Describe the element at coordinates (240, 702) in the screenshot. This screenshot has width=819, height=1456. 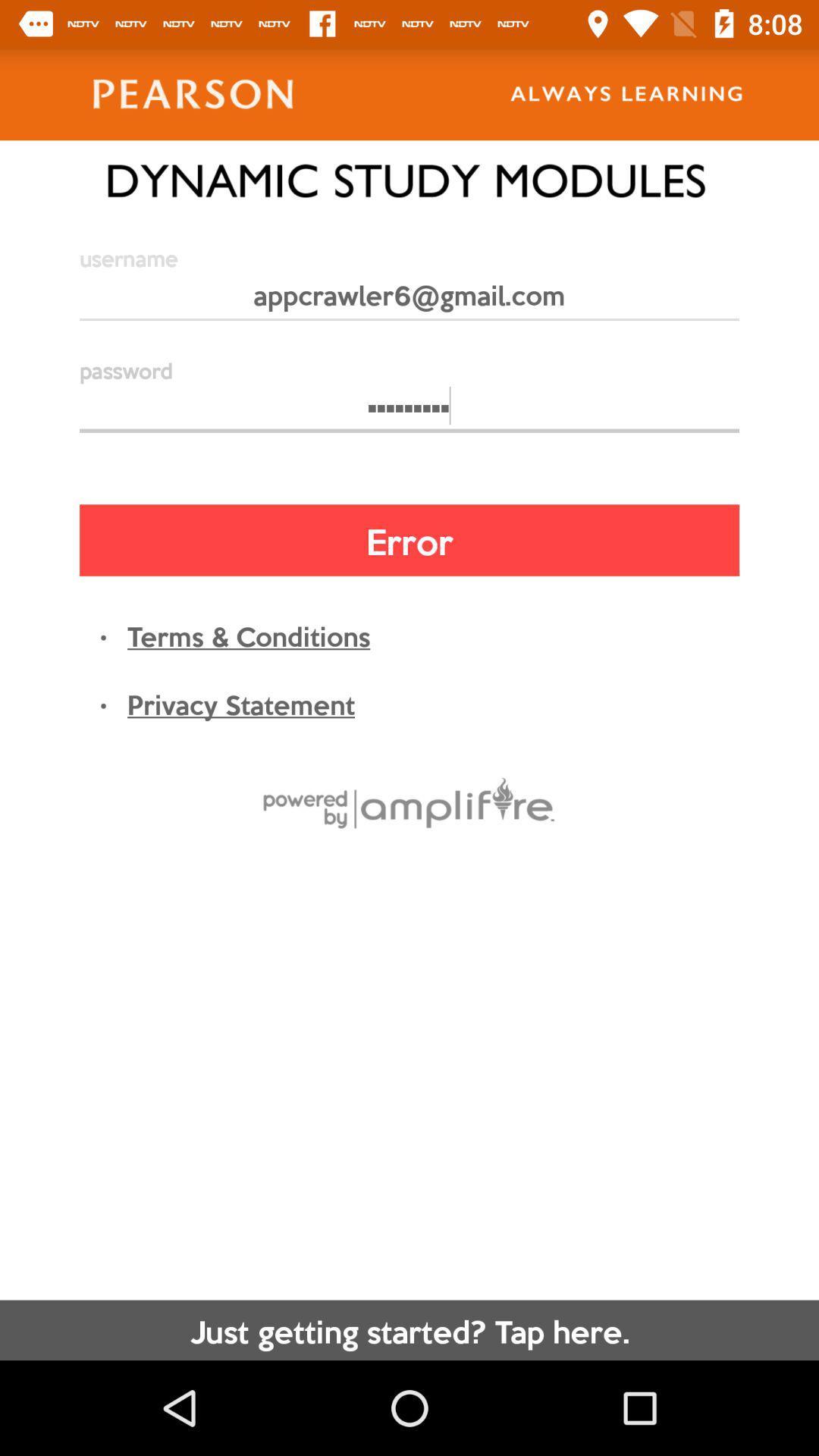
I see `the privacy statement icon` at that location.